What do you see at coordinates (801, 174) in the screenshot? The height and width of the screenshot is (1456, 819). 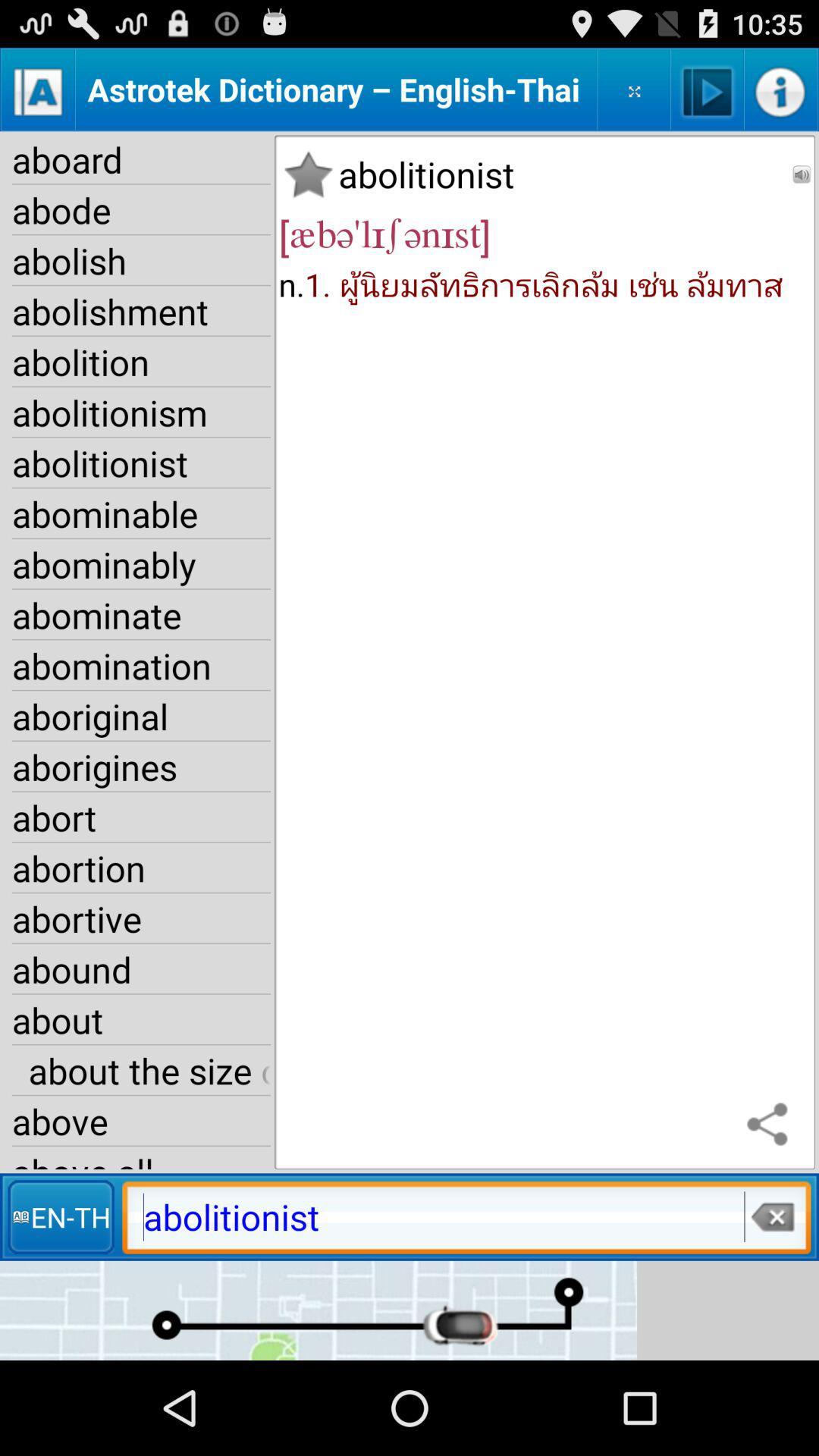 I see `previous` at bounding box center [801, 174].